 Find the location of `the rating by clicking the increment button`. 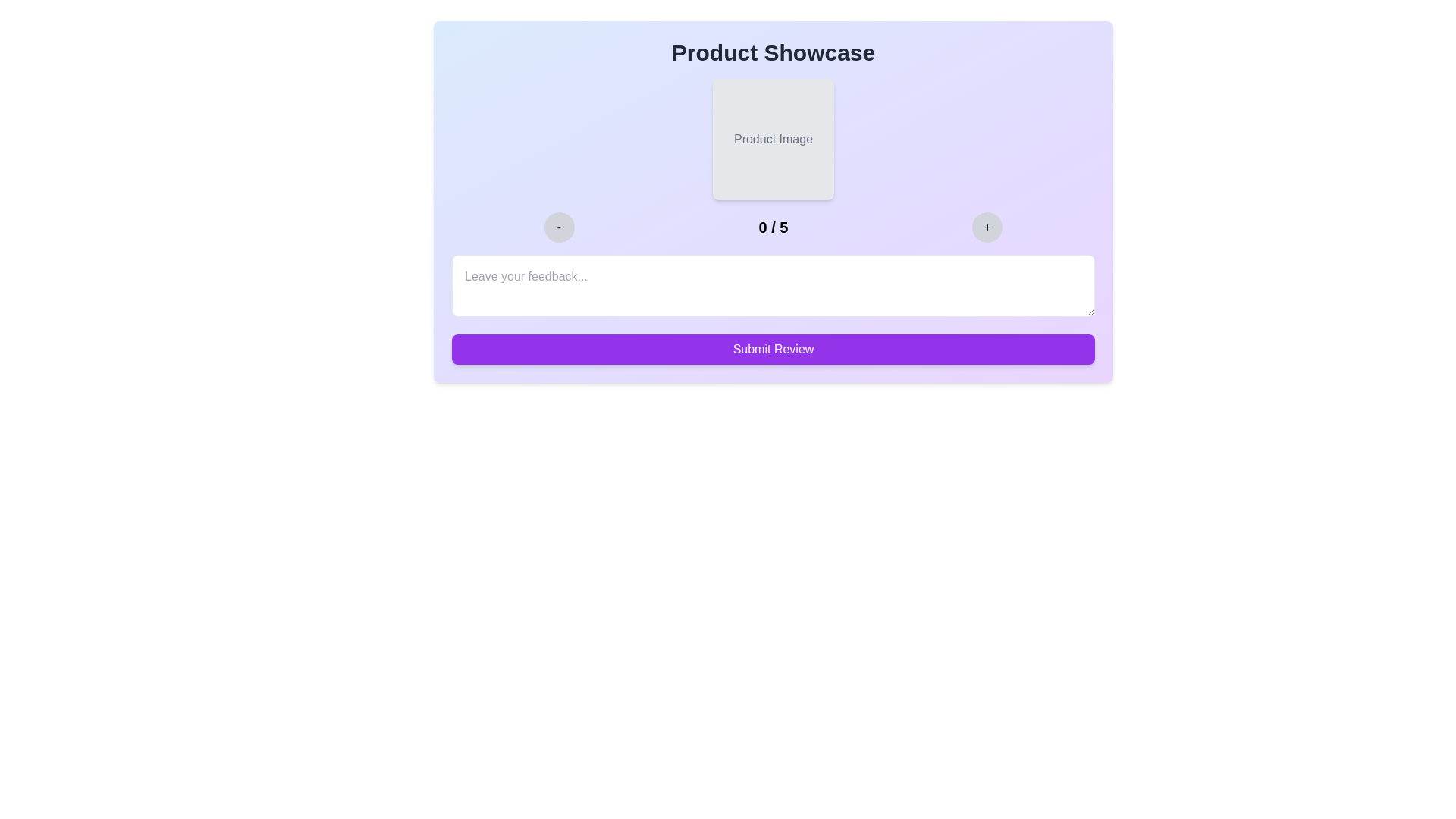

the rating by clicking the increment button is located at coordinates (987, 227).